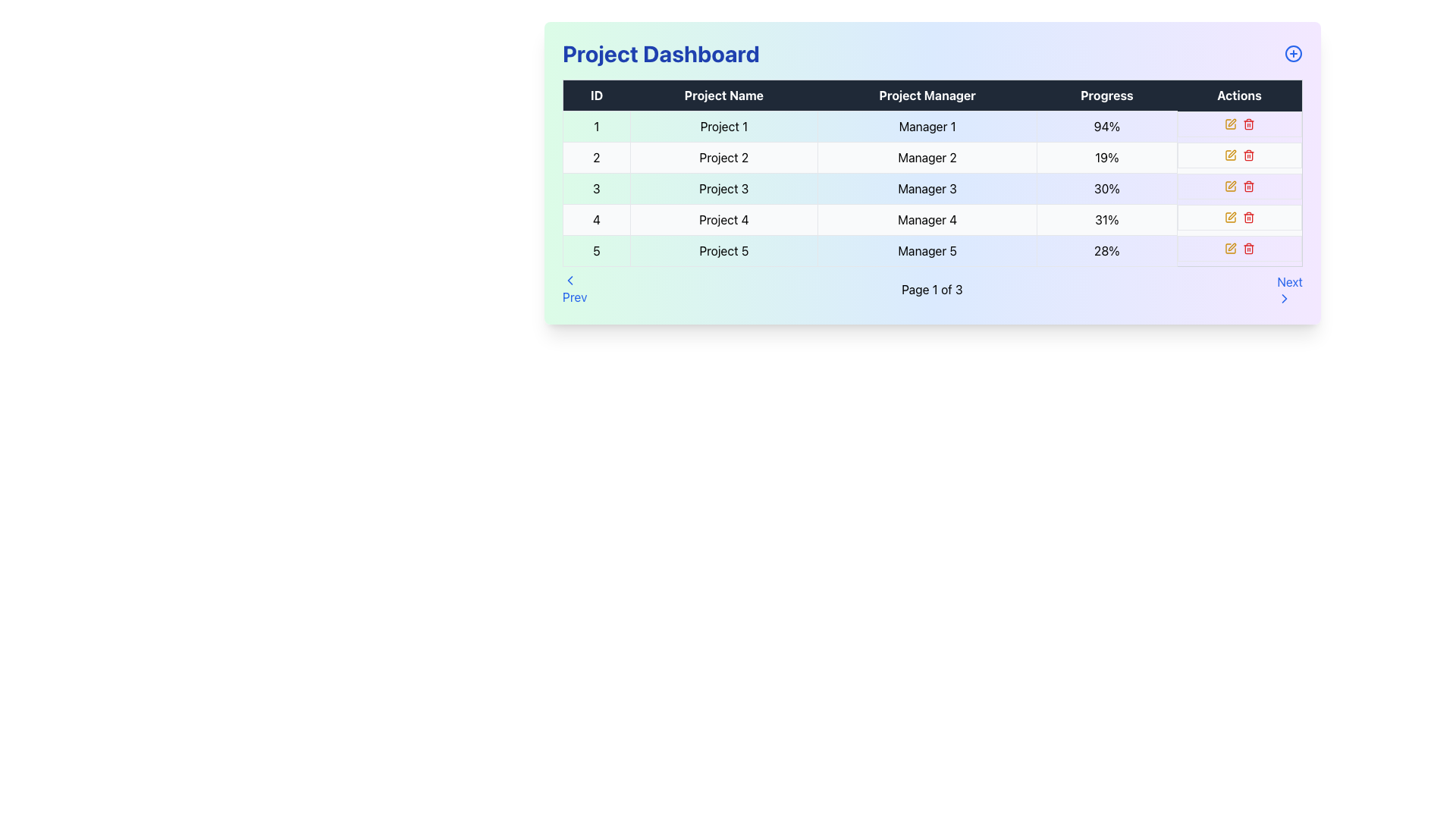 The image size is (1456, 819). Describe the element at coordinates (1106, 96) in the screenshot. I see `the static text label displaying 'Progress' in bold, white font within the header row of the table layout` at that location.